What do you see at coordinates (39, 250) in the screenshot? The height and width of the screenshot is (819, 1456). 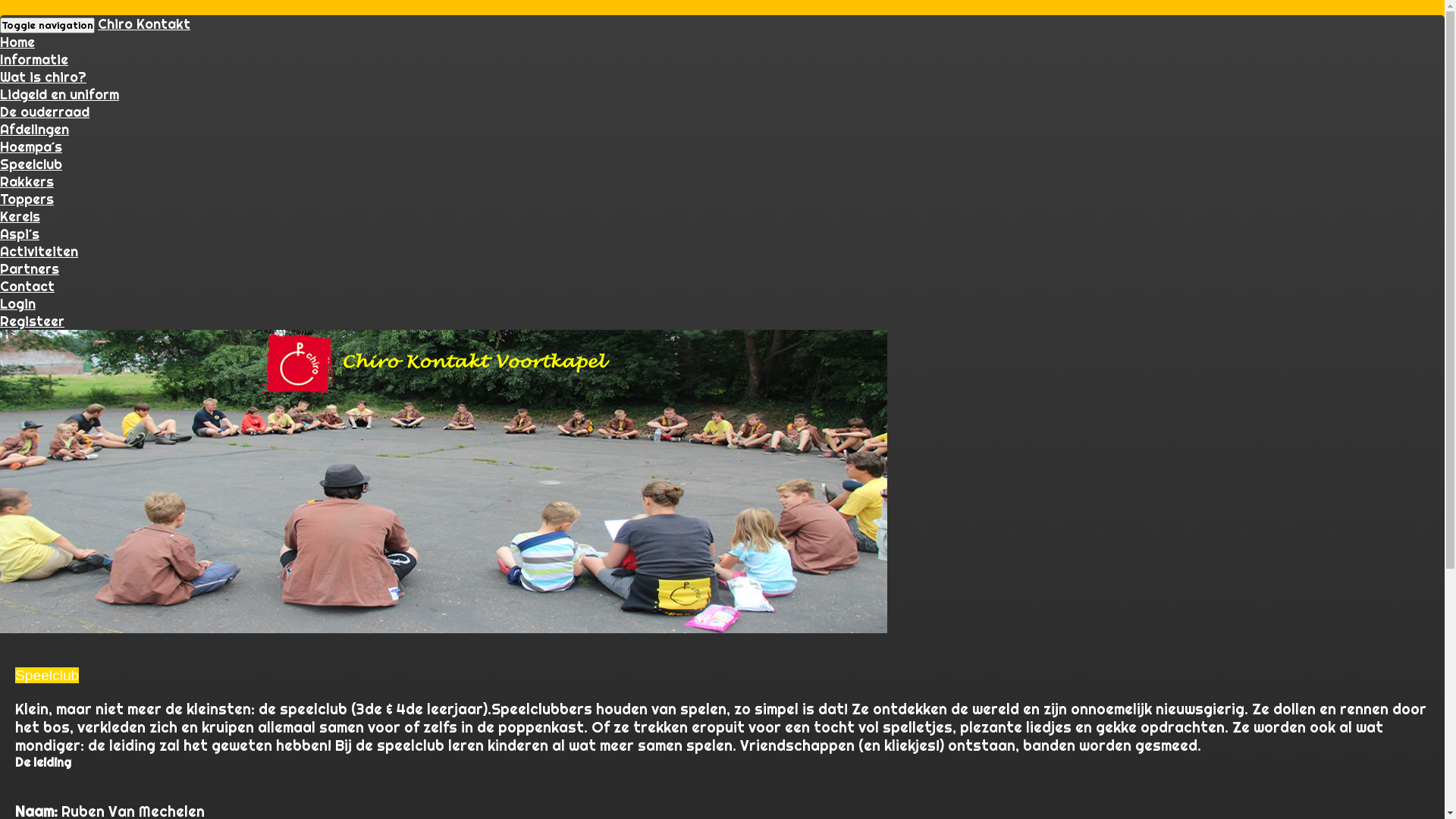 I see `'Activiteiten'` at bounding box center [39, 250].